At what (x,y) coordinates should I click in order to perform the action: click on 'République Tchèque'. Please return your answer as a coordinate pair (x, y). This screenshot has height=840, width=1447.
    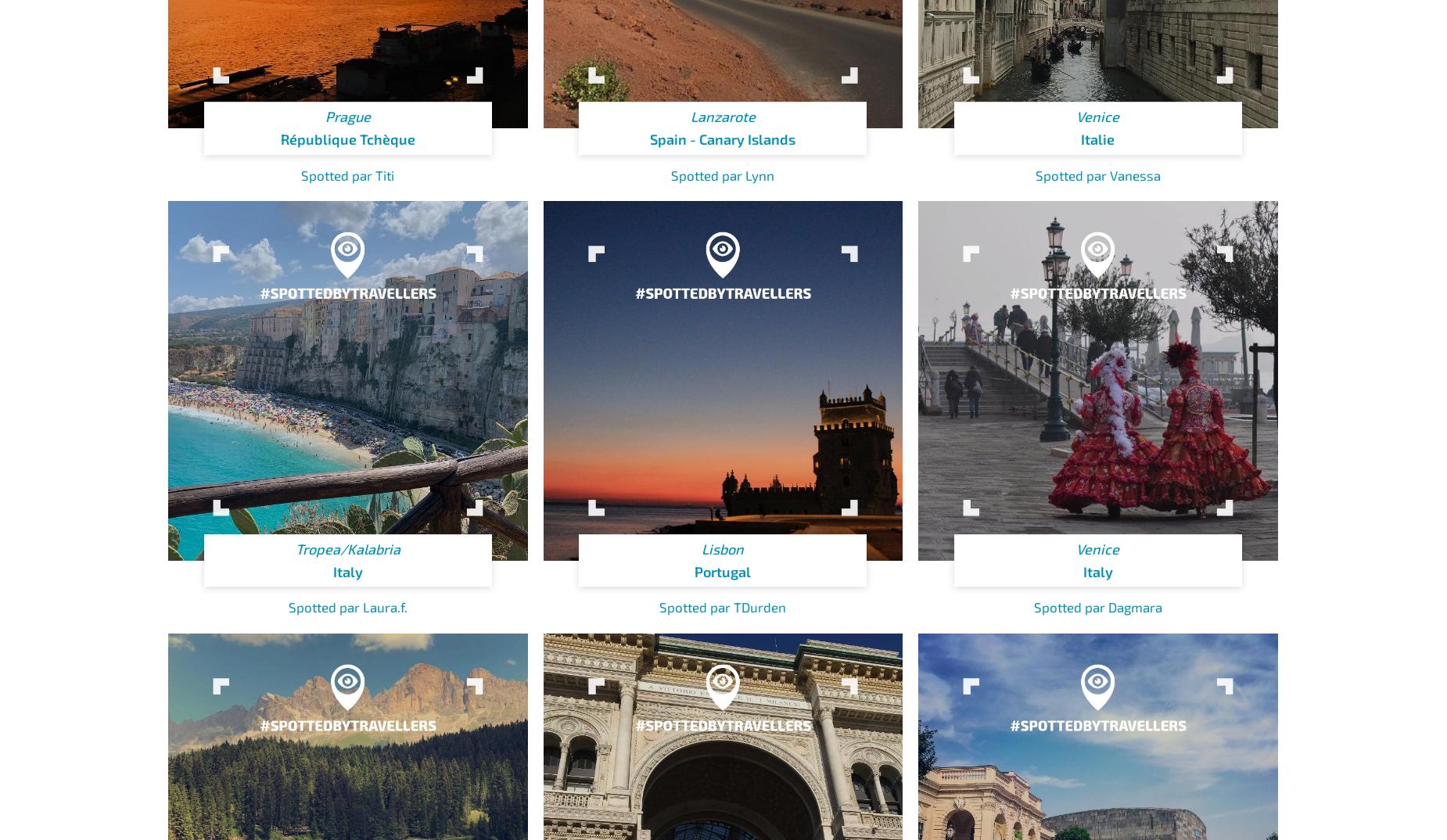
    Looking at the image, I should click on (346, 138).